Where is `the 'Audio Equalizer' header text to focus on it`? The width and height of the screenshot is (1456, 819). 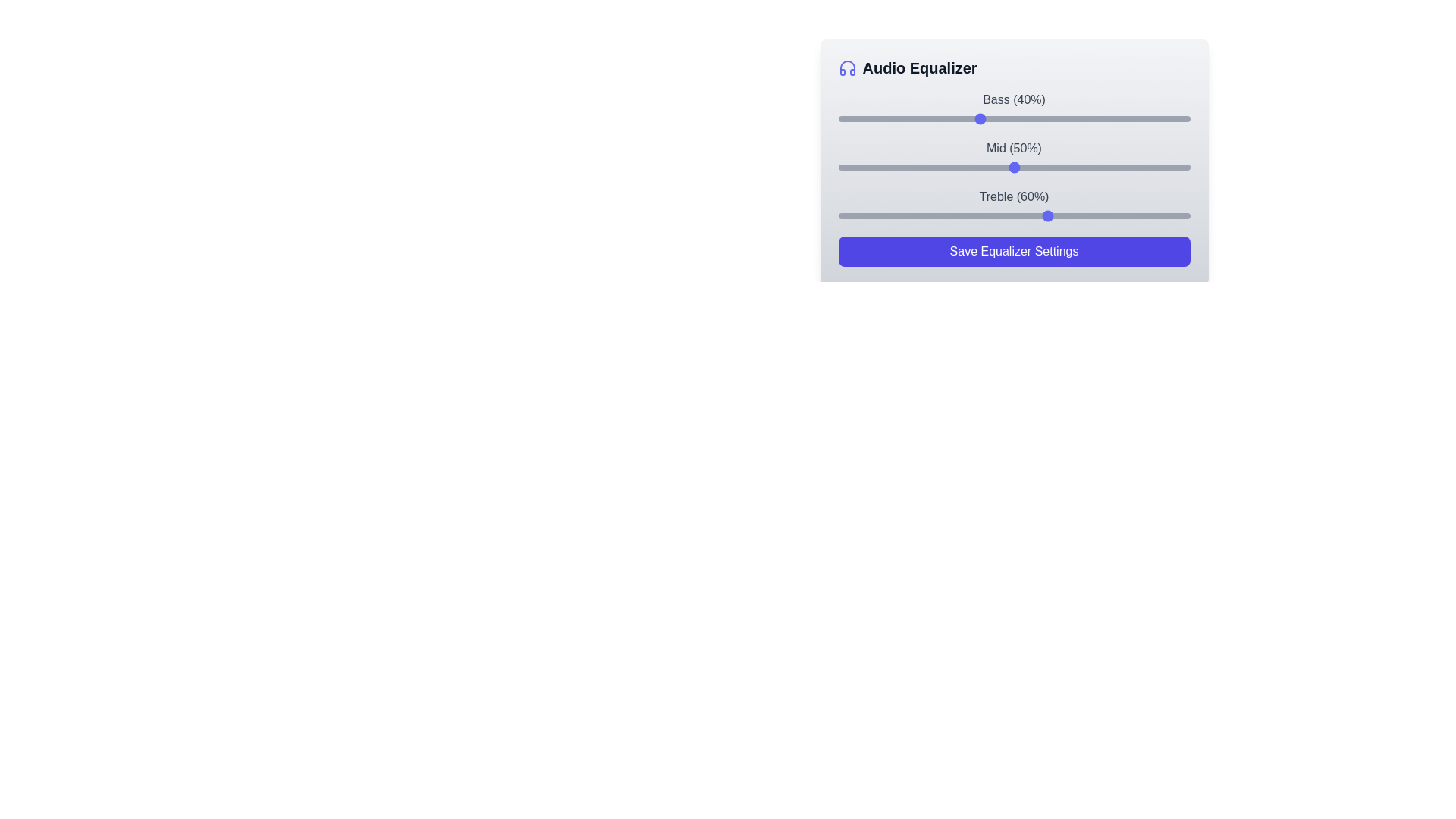 the 'Audio Equalizer' header text to focus on it is located at coordinates (919, 67).